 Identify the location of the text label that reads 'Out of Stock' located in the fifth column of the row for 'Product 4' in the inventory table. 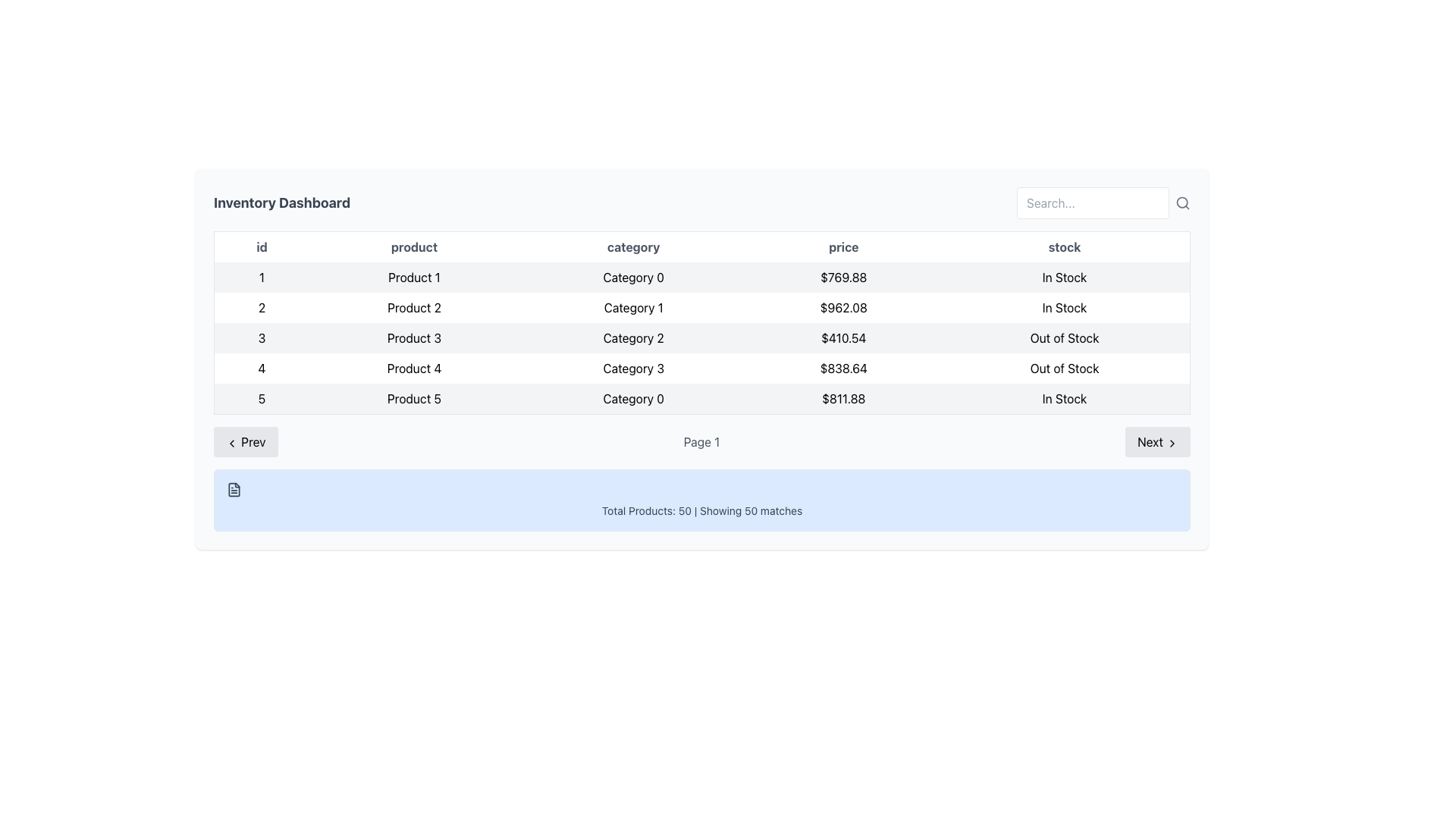
(1064, 369).